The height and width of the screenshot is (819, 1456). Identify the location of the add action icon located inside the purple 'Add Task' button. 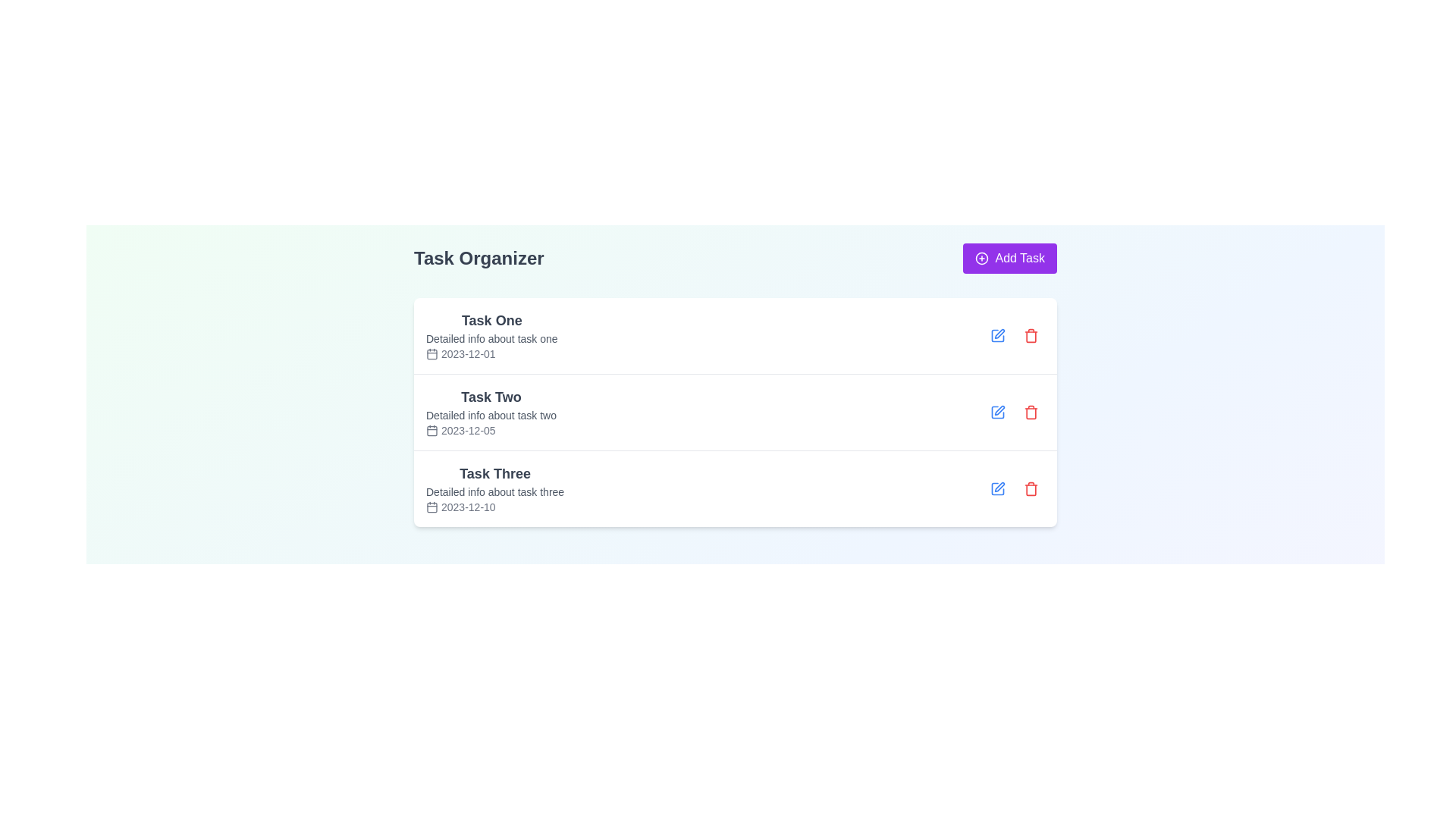
(982, 257).